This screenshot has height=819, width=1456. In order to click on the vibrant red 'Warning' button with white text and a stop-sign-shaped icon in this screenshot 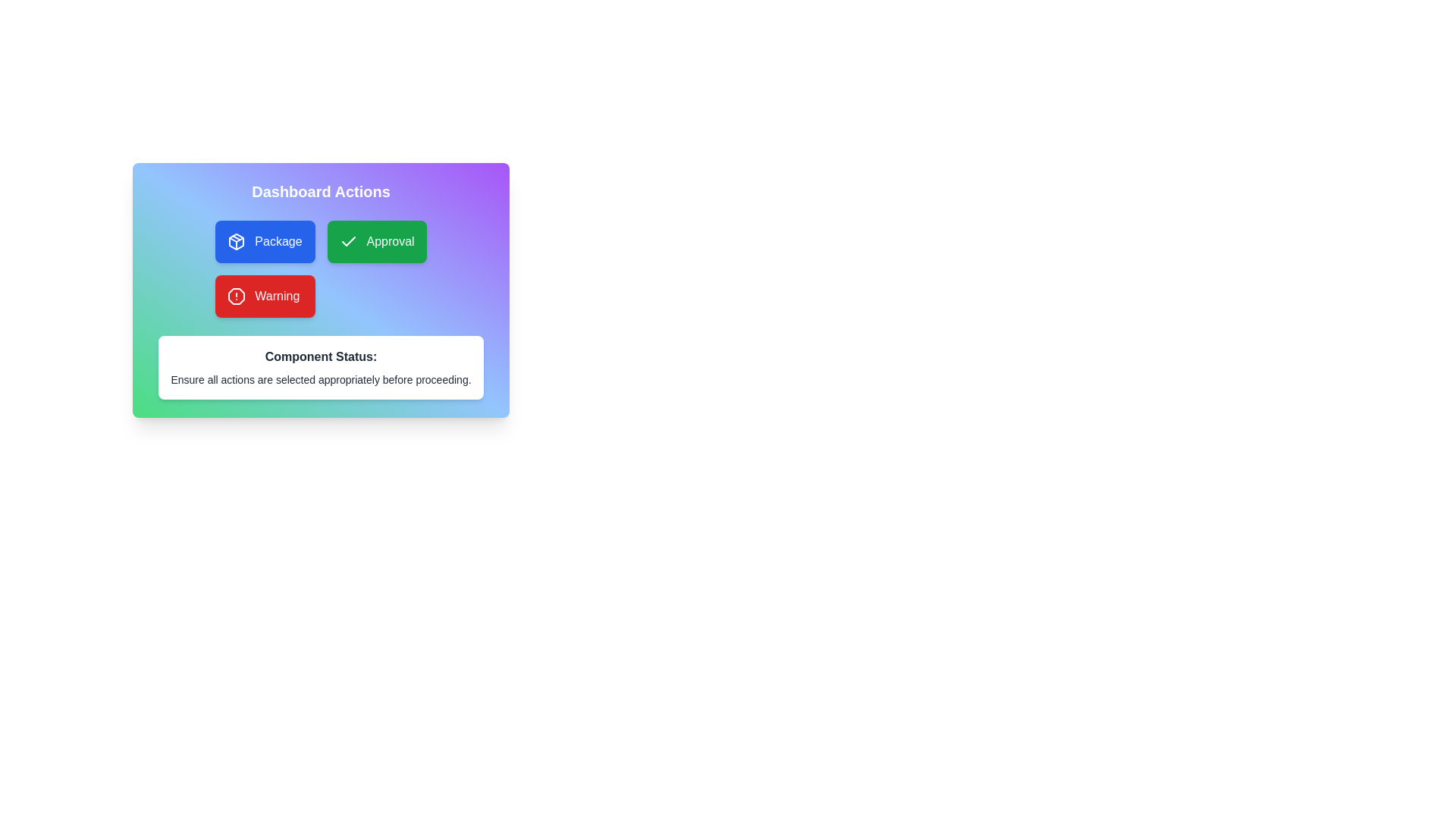, I will do `click(265, 296)`.